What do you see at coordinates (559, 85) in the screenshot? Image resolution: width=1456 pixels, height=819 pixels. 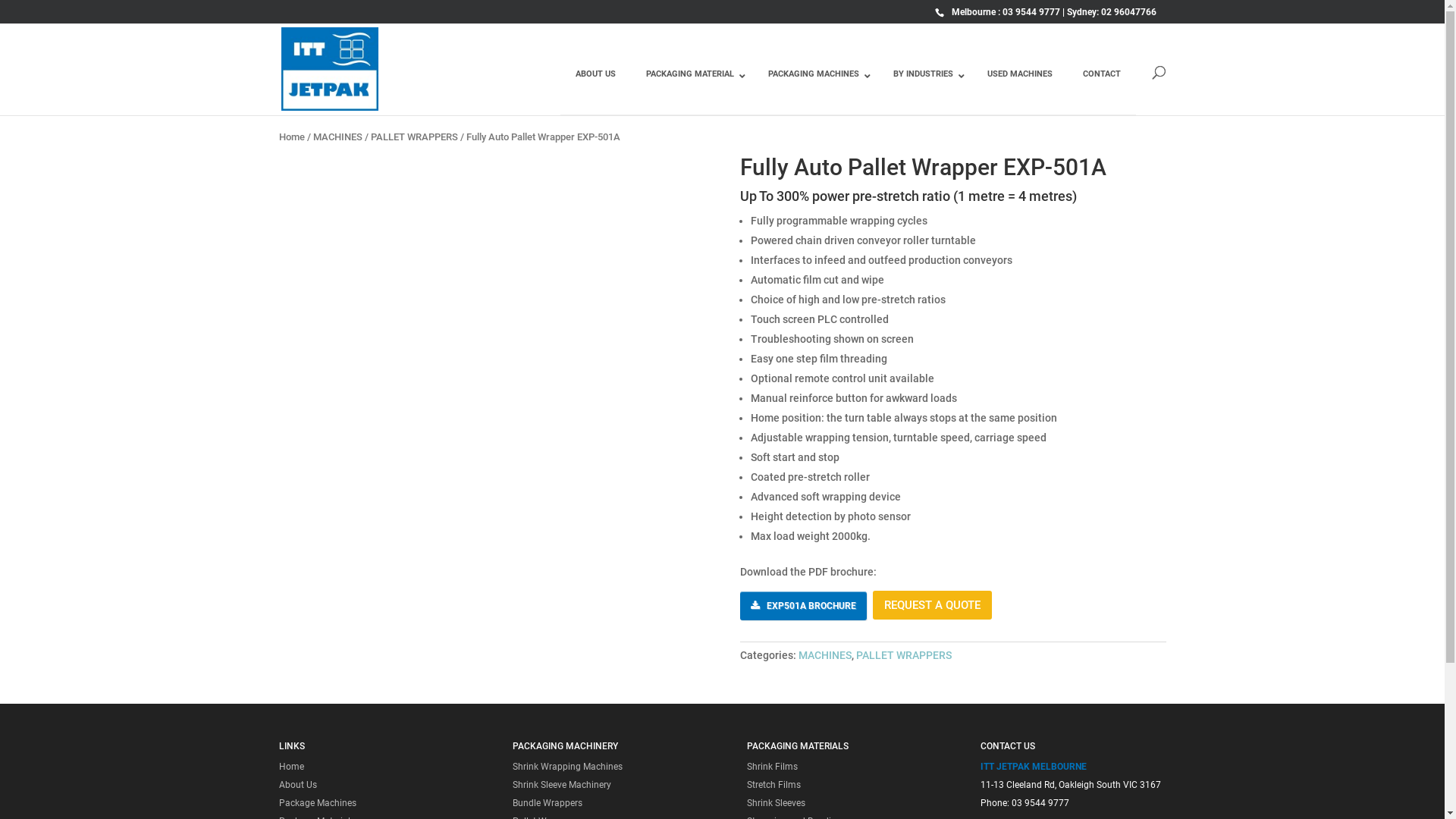 I see `'ABOUT US'` at bounding box center [559, 85].